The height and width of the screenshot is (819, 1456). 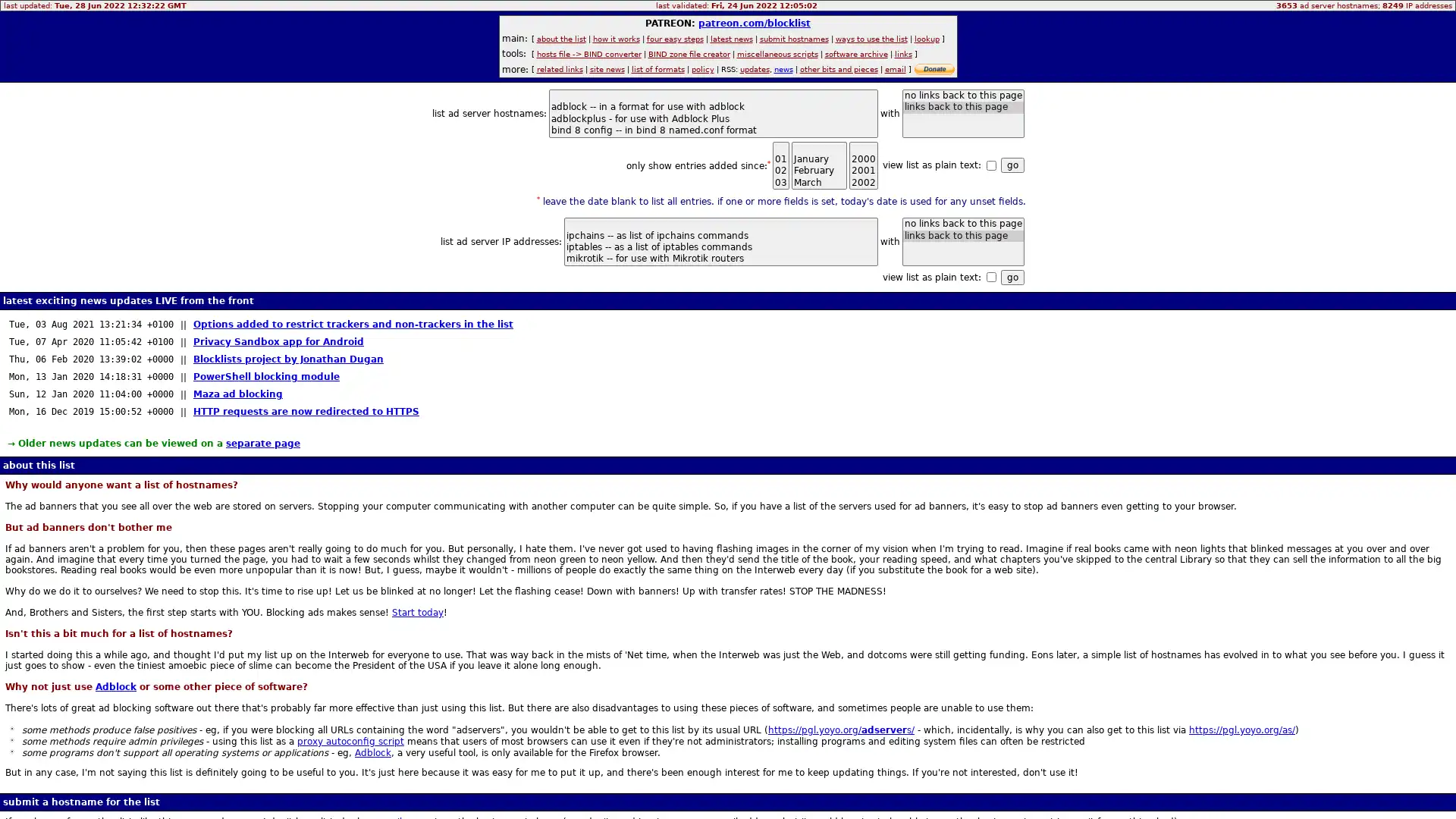 I want to click on go, so click(x=1012, y=277).